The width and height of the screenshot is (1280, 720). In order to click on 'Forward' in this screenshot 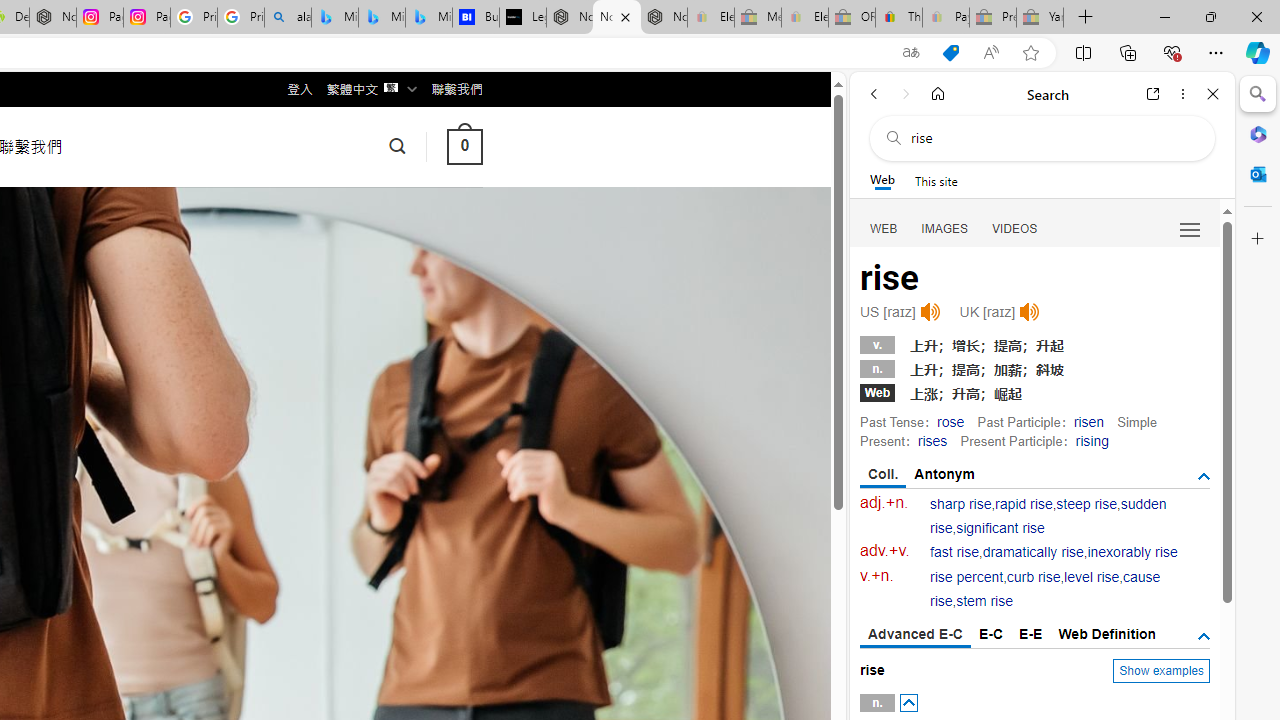, I will do `click(905, 93)`.